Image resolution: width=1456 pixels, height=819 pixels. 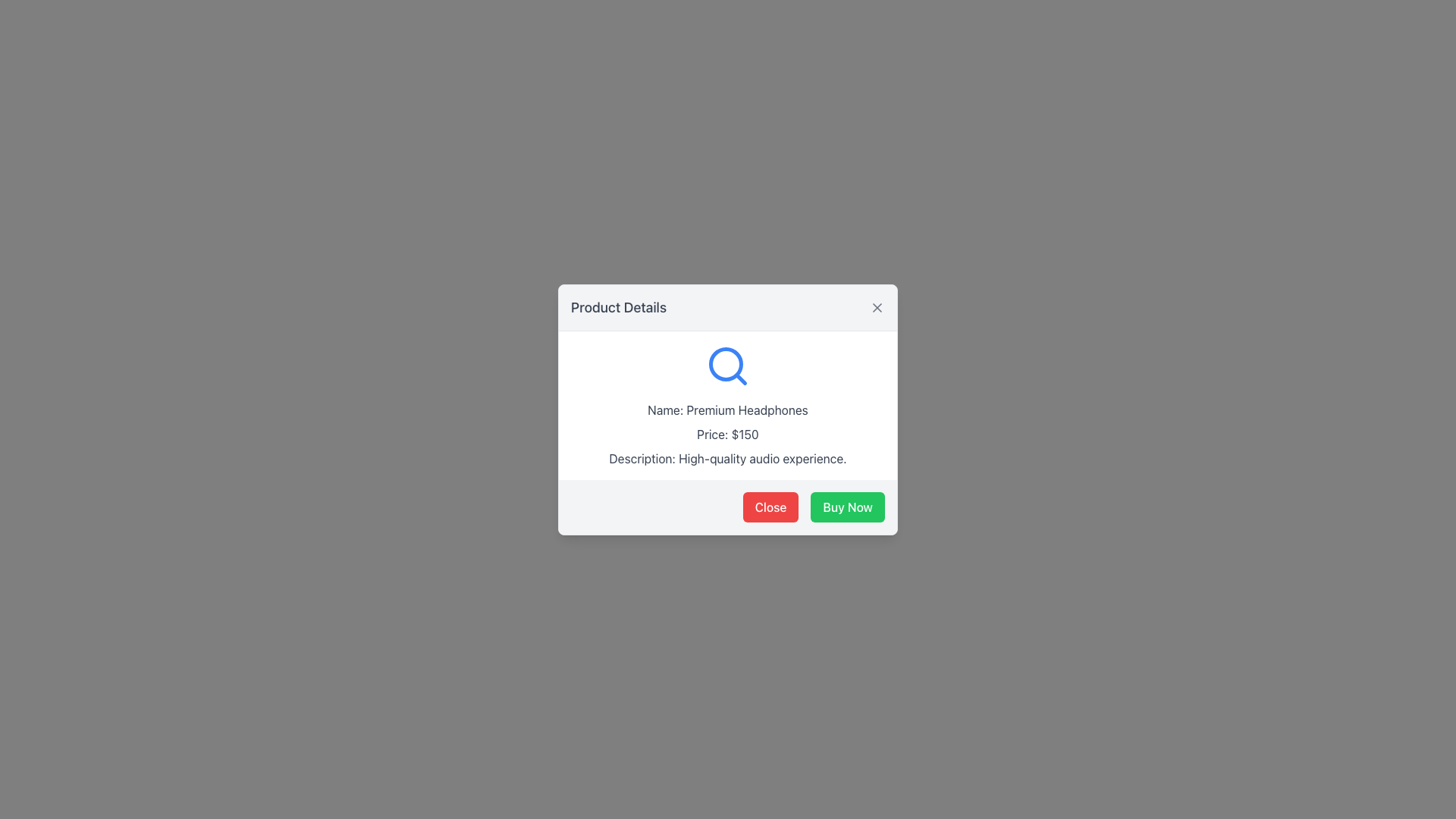 I want to click on the 'Close' button located at the top-right corner of the 'Product Details' modal, so click(x=877, y=307).